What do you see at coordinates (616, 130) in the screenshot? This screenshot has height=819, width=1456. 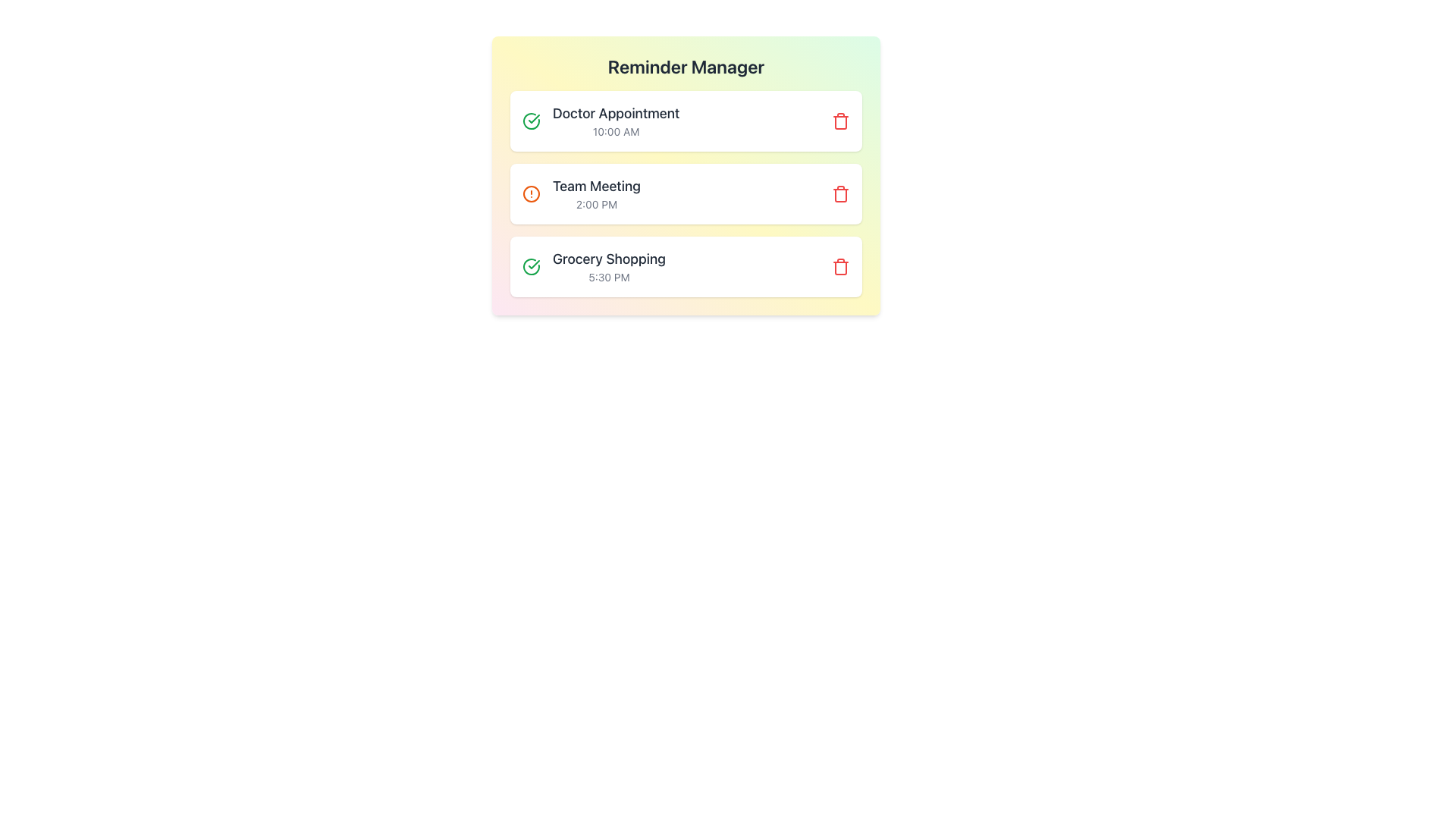 I see `the static text label displaying '10:00 AM' which is positioned below 'Doctor Appointment' in the first reminder card` at bounding box center [616, 130].